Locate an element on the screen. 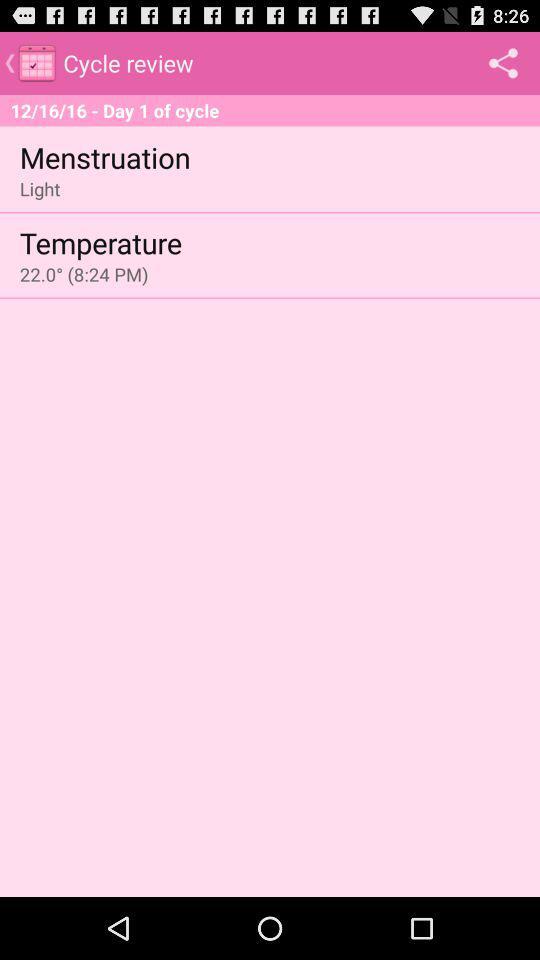 The width and height of the screenshot is (540, 960). item below temperature item is located at coordinates (83, 273).